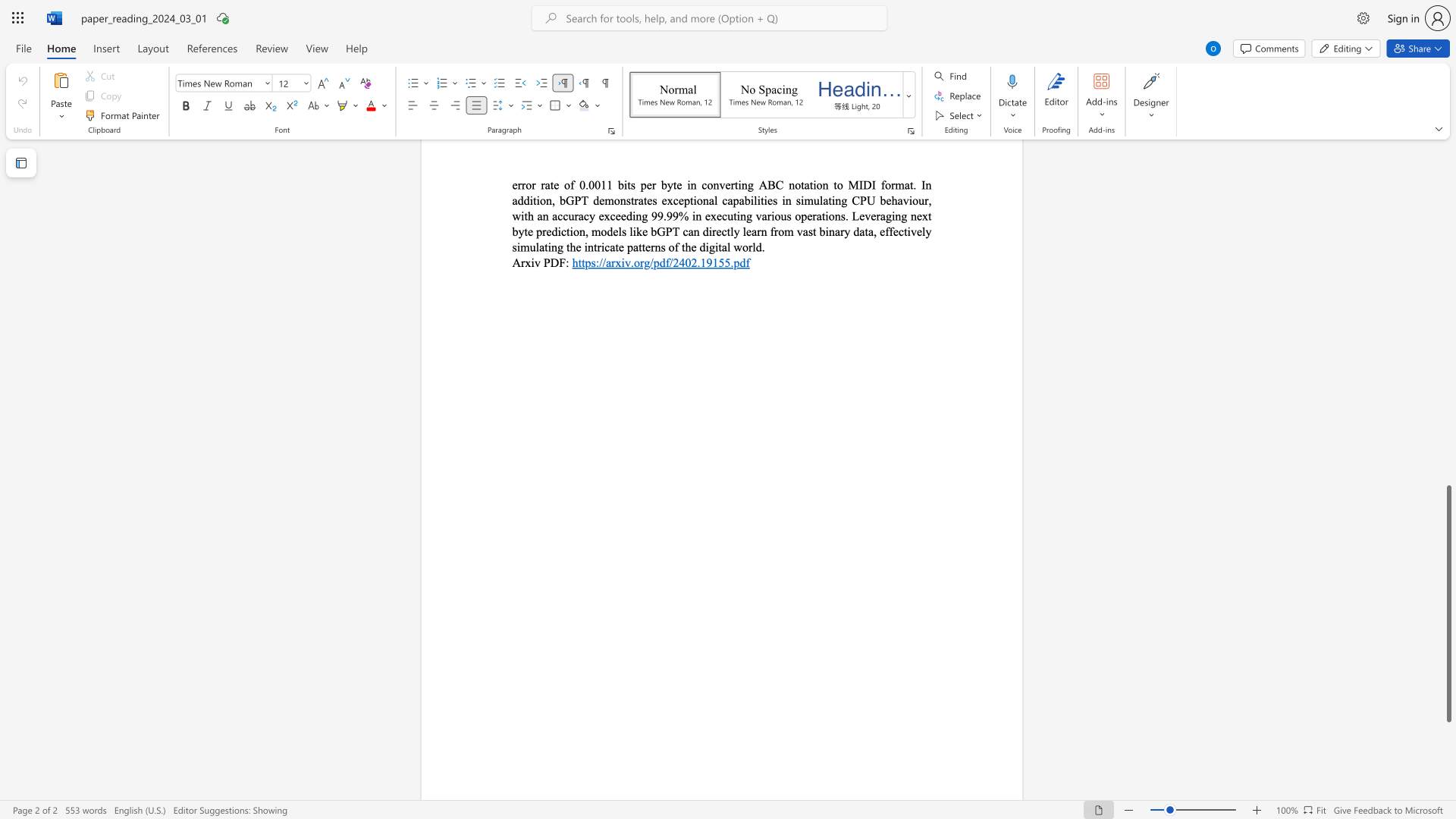 Image resolution: width=1456 pixels, height=819 pixels. Describe the element at coordinates (1448, 295) in the screenshot. I see `the scrollbar to move the view up` at that location.